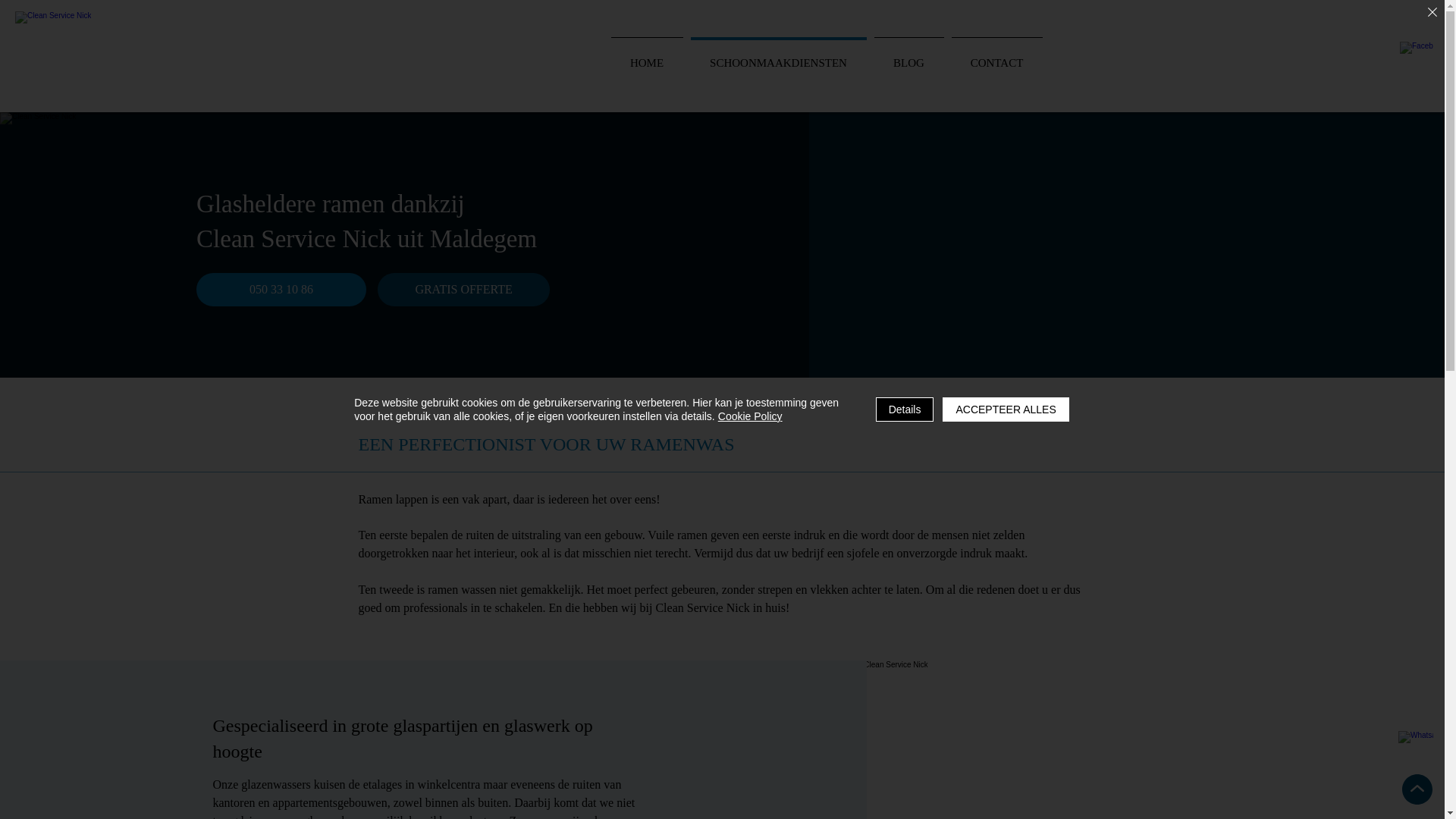 Image resolution: width=1456 pixels, height=819 pixels. Describe the element at coordinates (463, 289) in the screenshot. I see `'GRATIS OFFERTE'` at that location.